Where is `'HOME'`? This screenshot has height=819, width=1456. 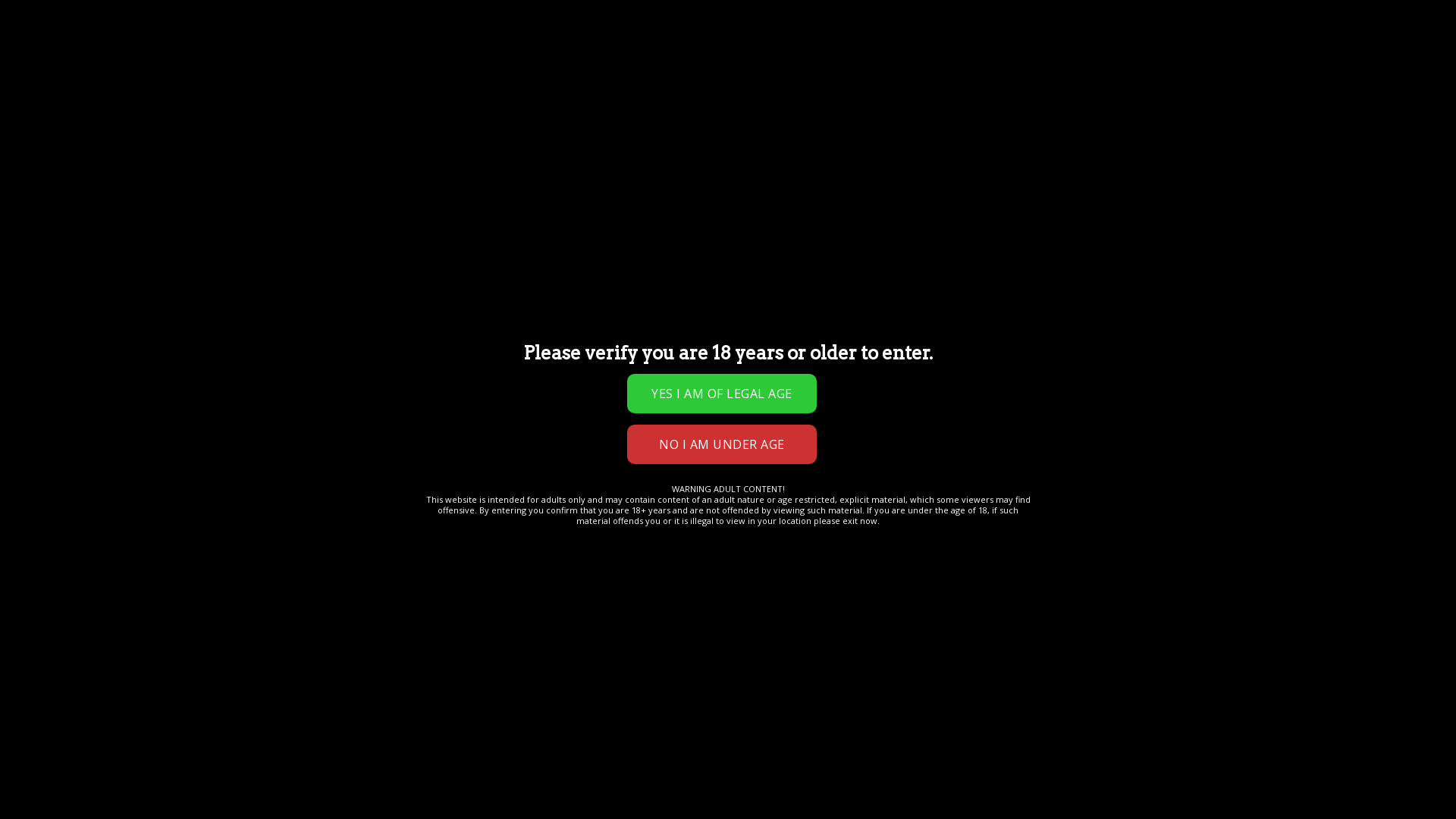
'HOME' is located at coordinates (65, 160).